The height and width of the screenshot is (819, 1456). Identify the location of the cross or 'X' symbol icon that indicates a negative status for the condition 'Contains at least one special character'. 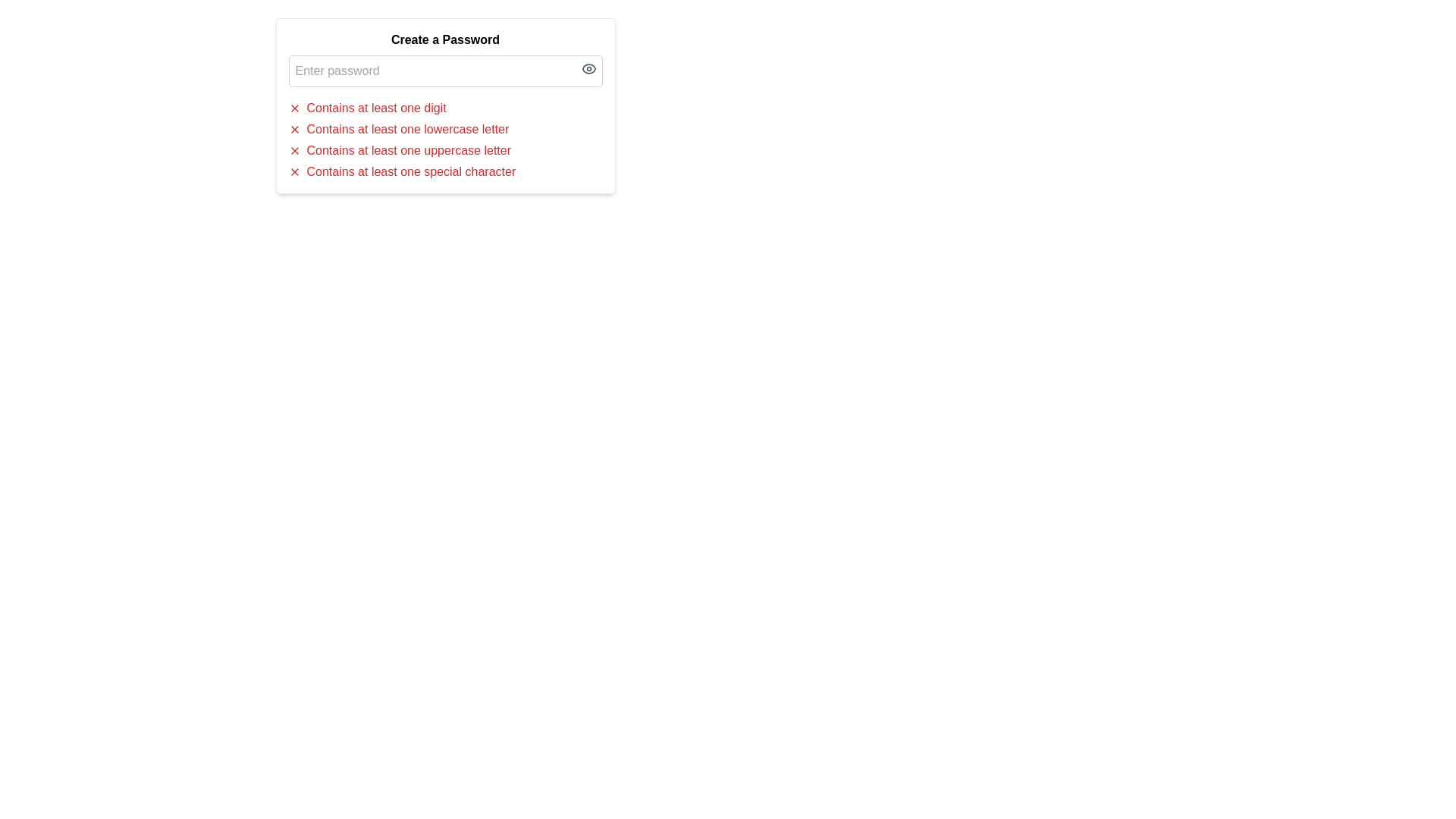
(294, 171).